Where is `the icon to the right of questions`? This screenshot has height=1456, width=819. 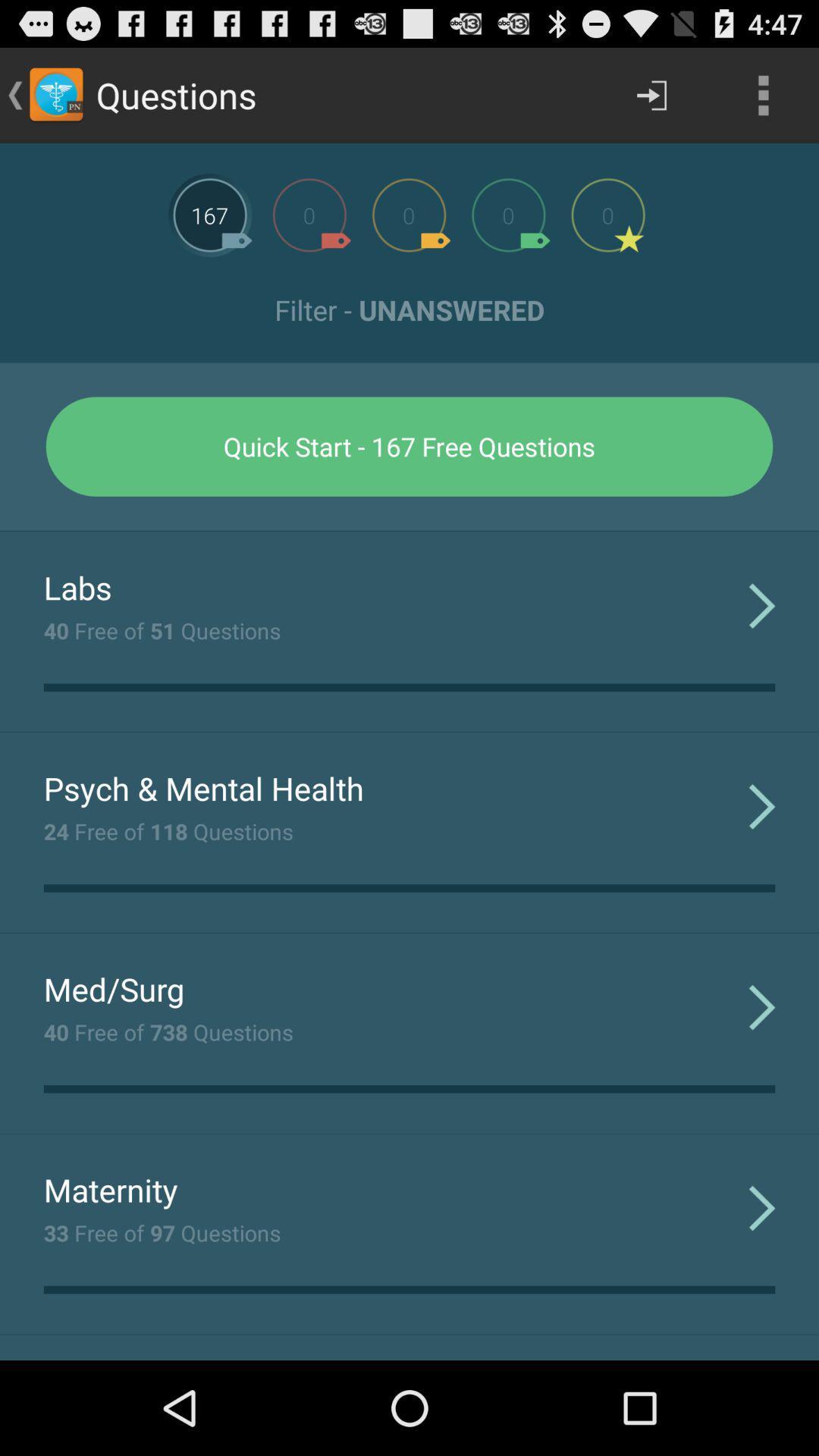
the icon to the right of questions is located at coordinates (651, 94).